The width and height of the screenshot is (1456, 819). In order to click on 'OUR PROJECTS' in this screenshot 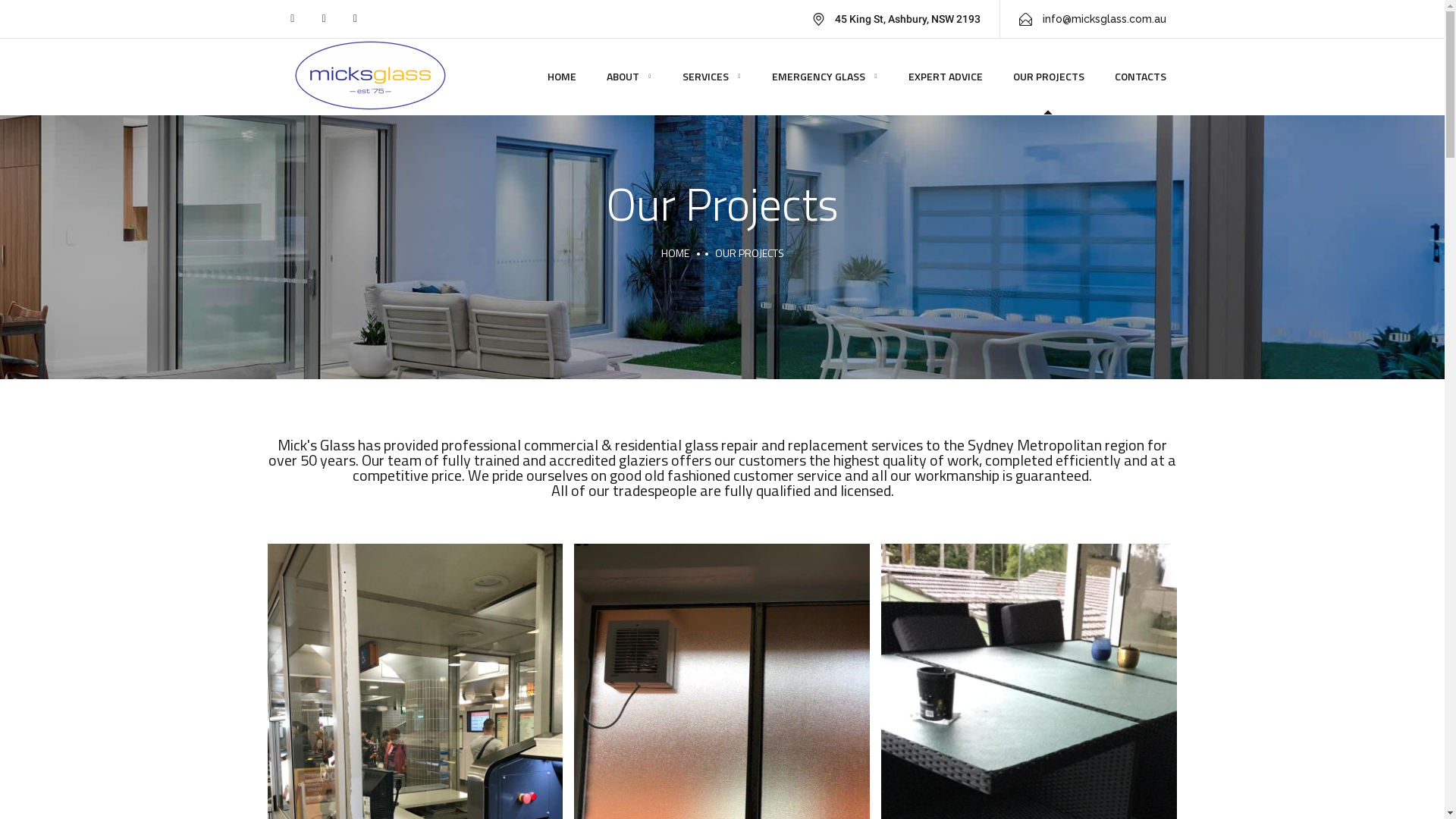, I will do `click(1047, 76)`.